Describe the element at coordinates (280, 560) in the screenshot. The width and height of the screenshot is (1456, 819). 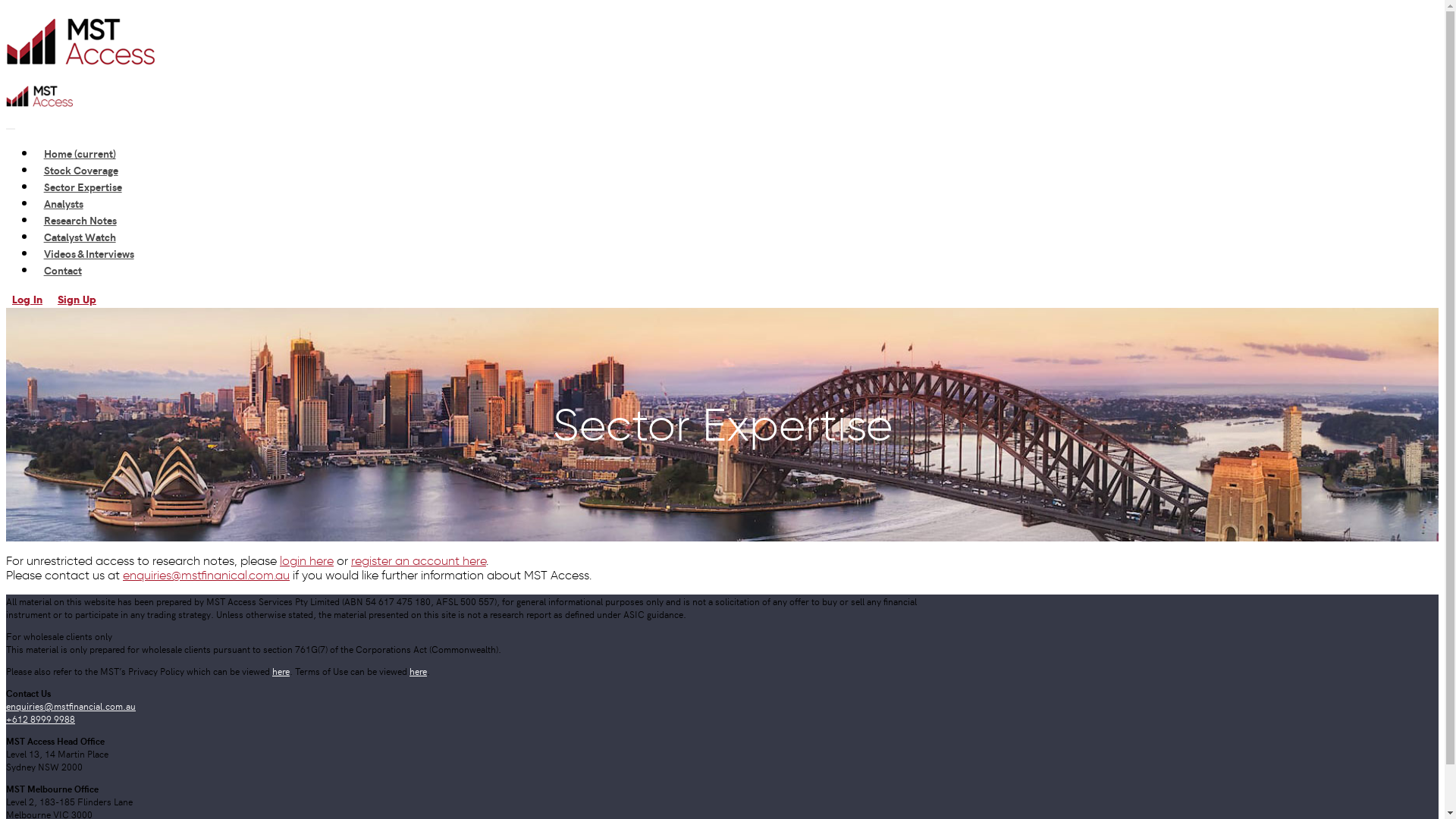
I see `'login here'` at that location.